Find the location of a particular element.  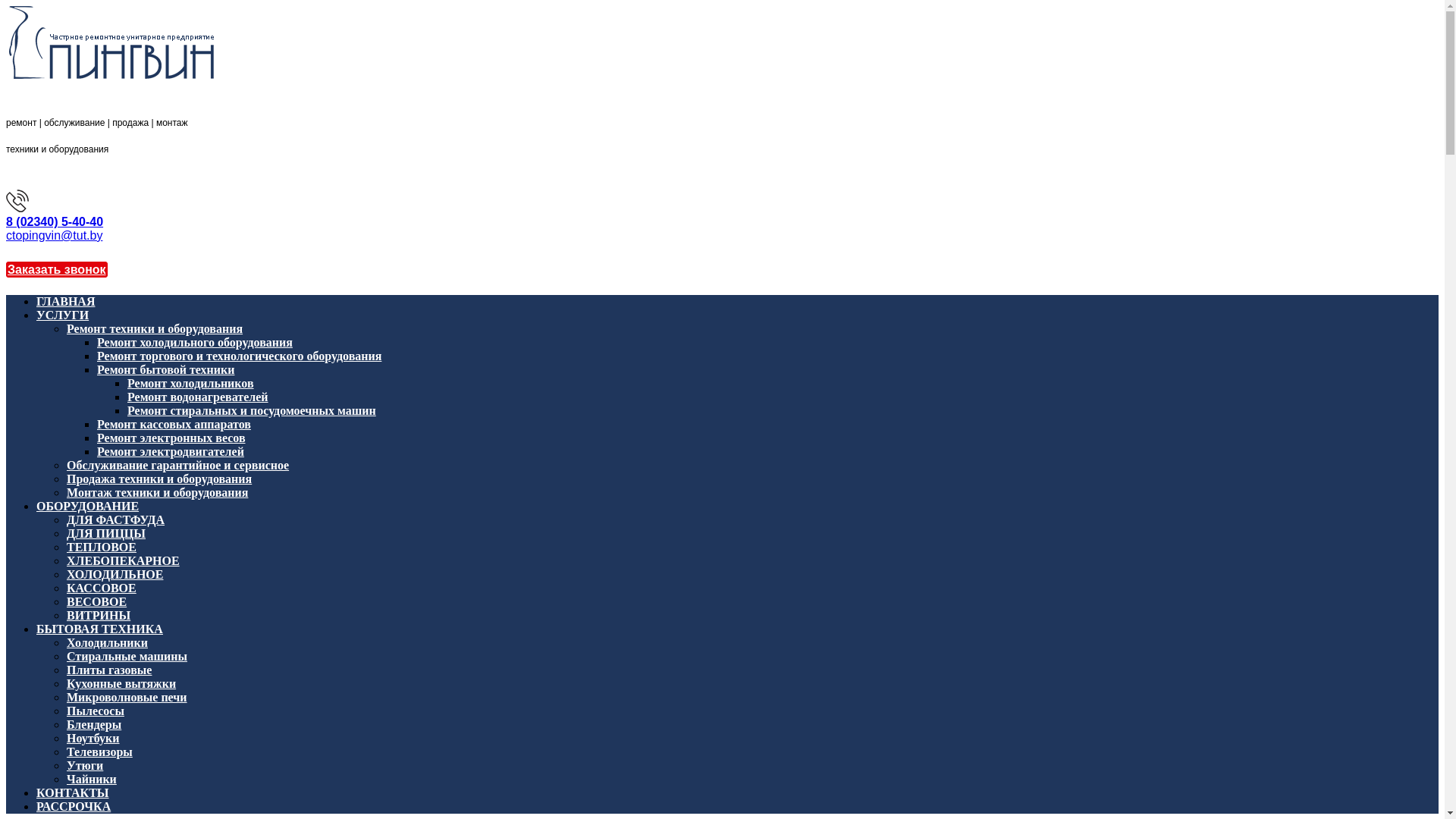

'ctopingvin@tut.by' is located at coordinates (54, 235).